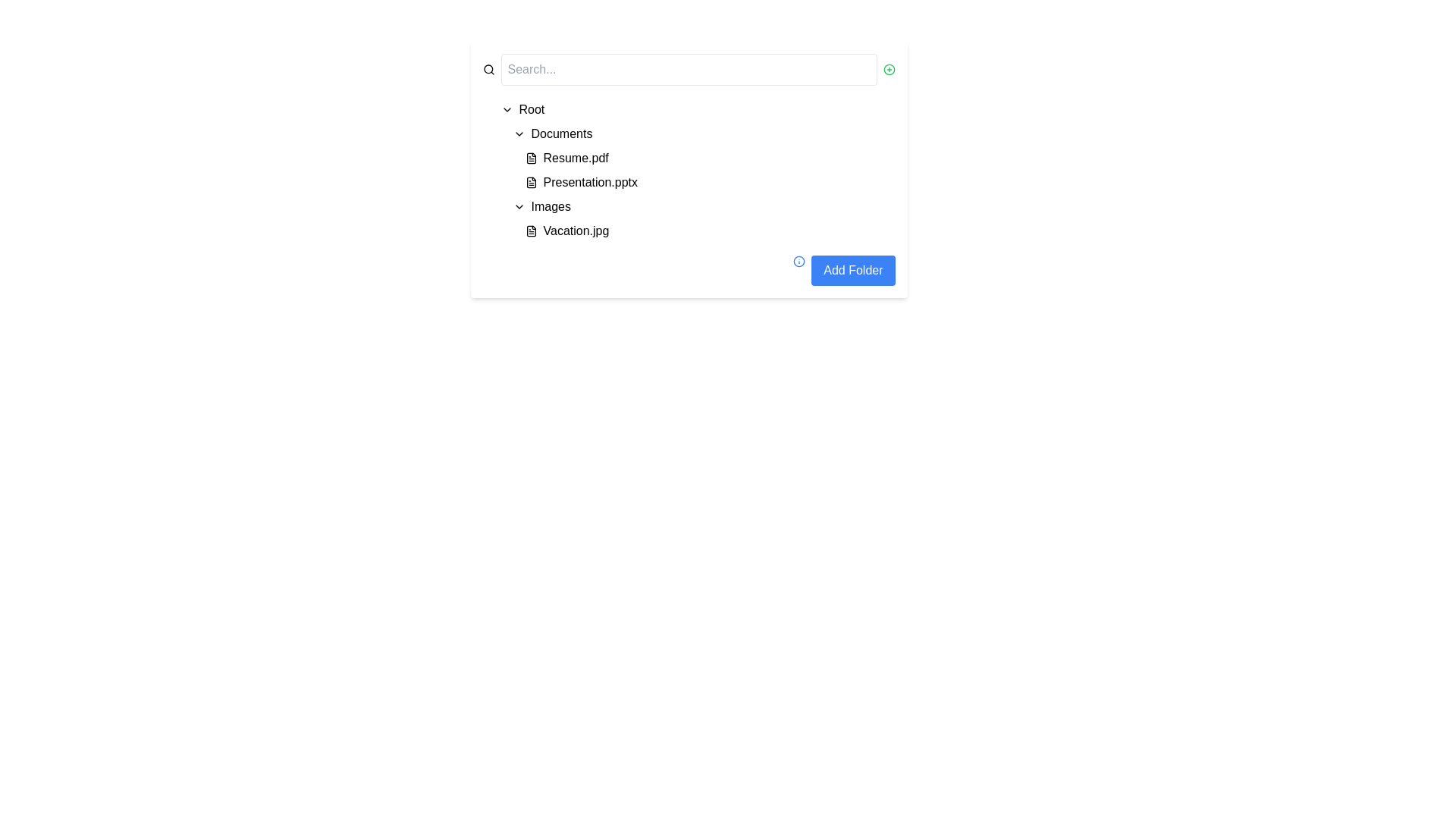 This screenshot has width=1456, height=819. Describe the element at coordinates (889, 70) in the screenshot. I see `the green circular '+' button located at the right end of the horizontal layout after the search bar` at that location.